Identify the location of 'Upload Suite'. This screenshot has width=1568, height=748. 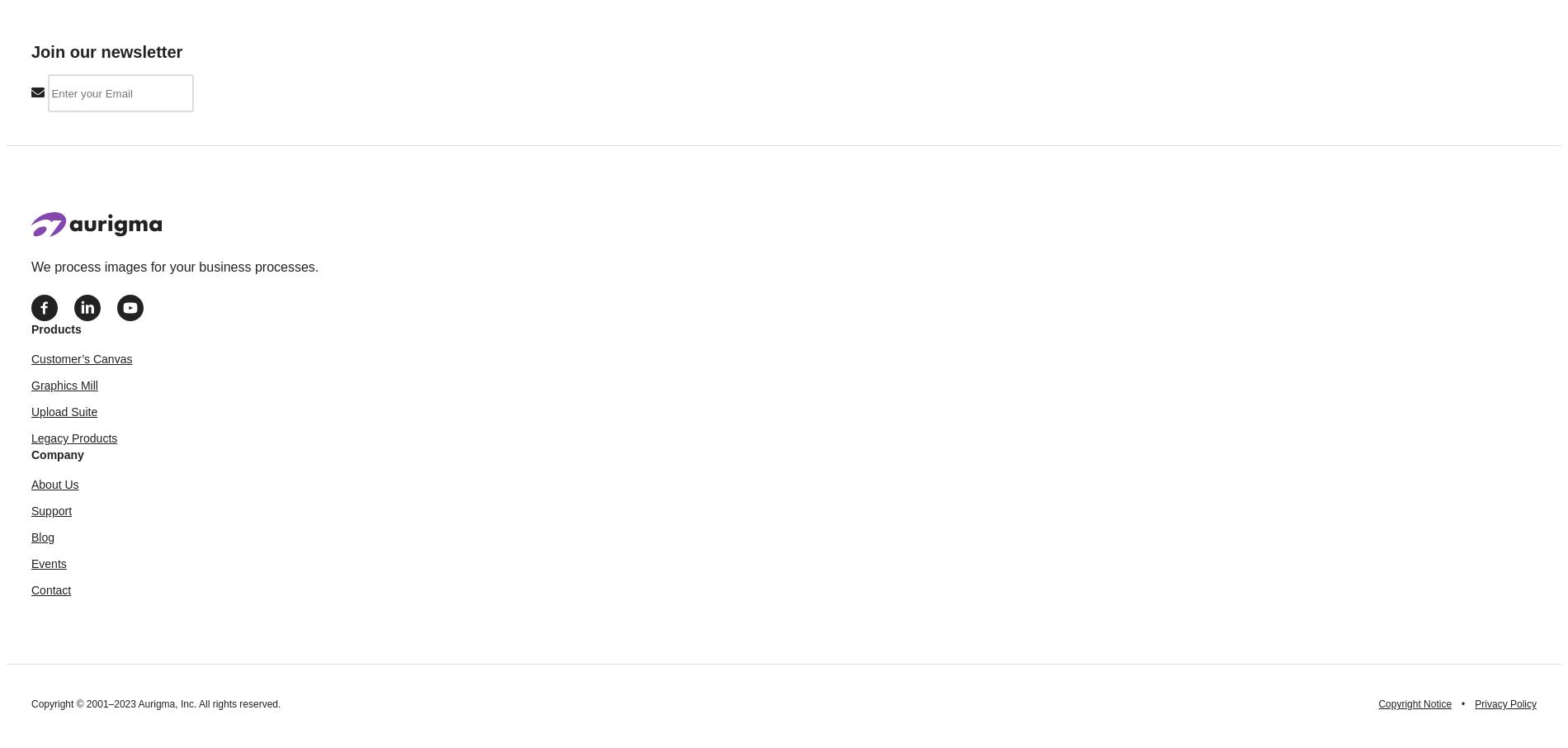
(64, 412).